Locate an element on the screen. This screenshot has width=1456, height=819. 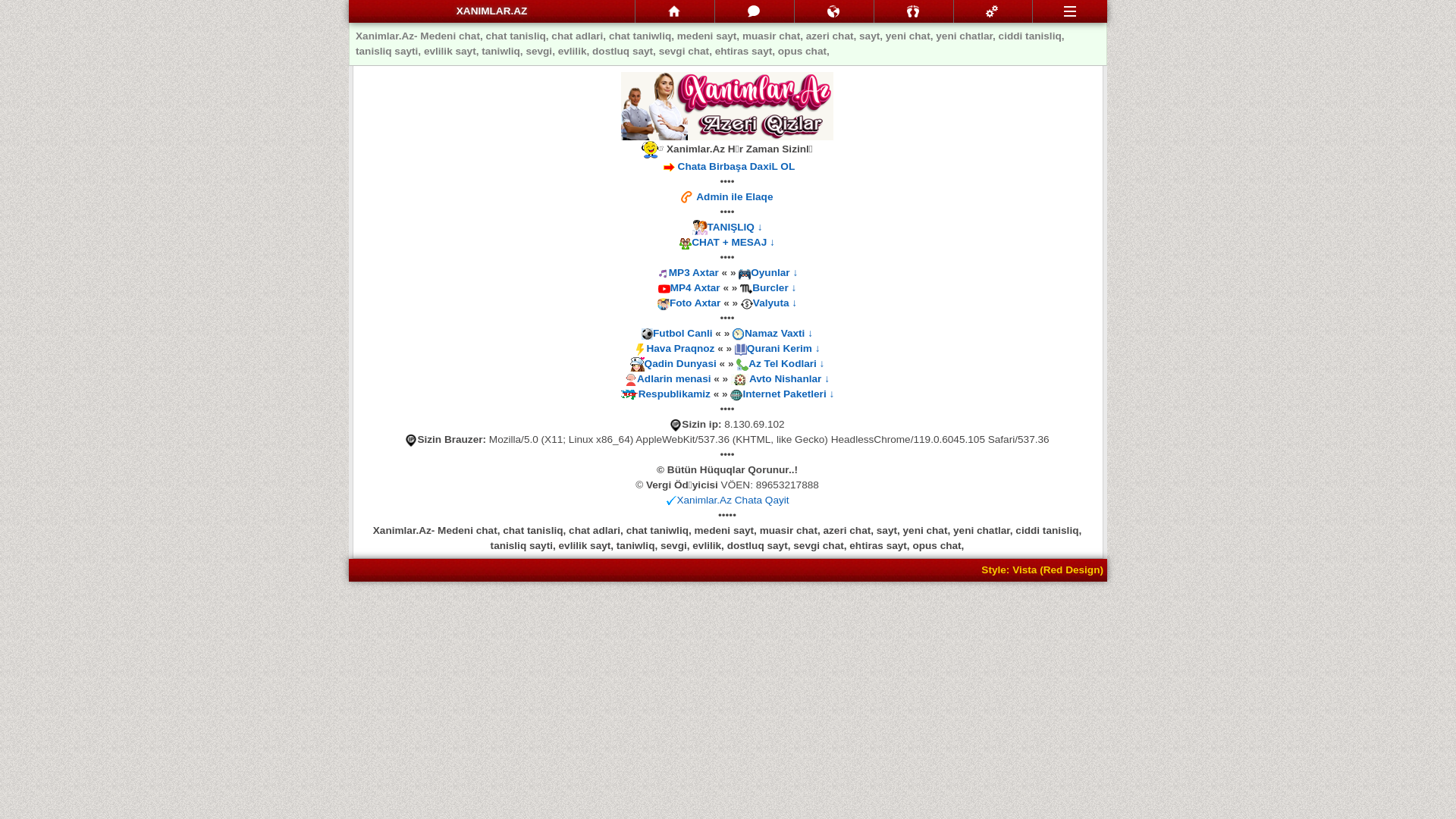
'Foto Axtar' is located at coordinates (694, 303).